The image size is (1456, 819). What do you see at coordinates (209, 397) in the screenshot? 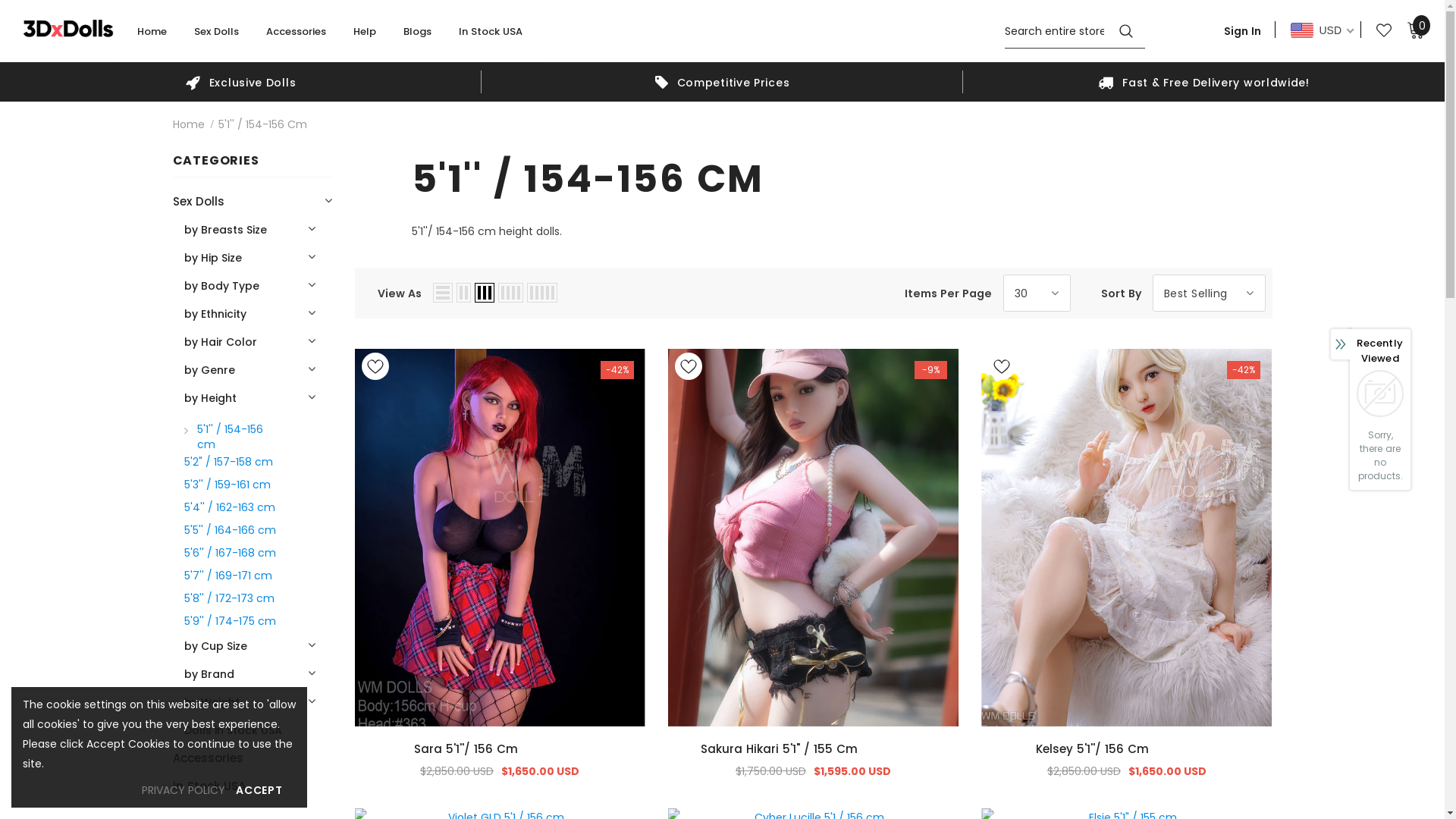
I see `'by Height'` at bounding box center [209, 397].